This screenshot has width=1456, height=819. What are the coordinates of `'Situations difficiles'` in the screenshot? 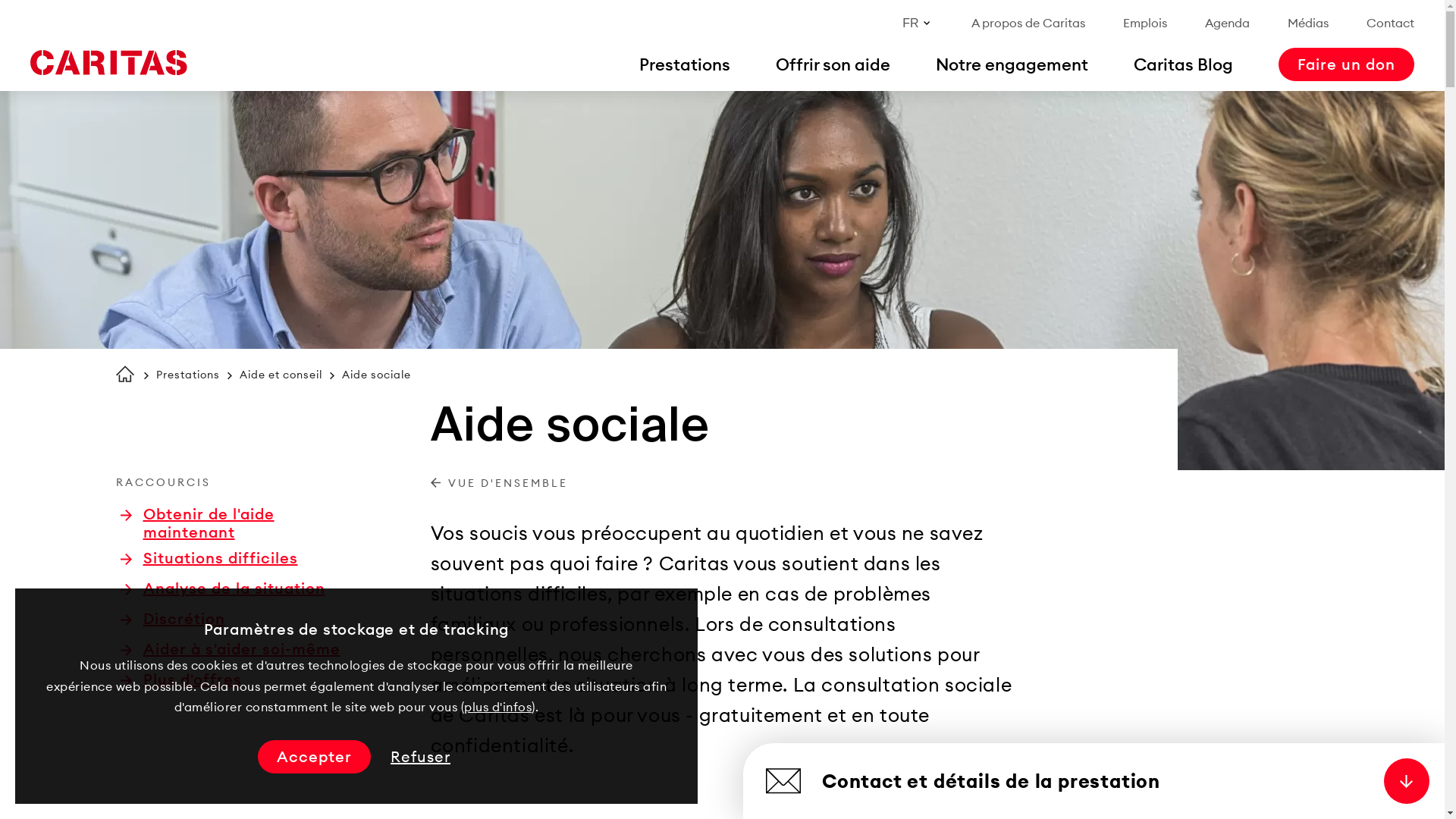 It's located at (207, 558).